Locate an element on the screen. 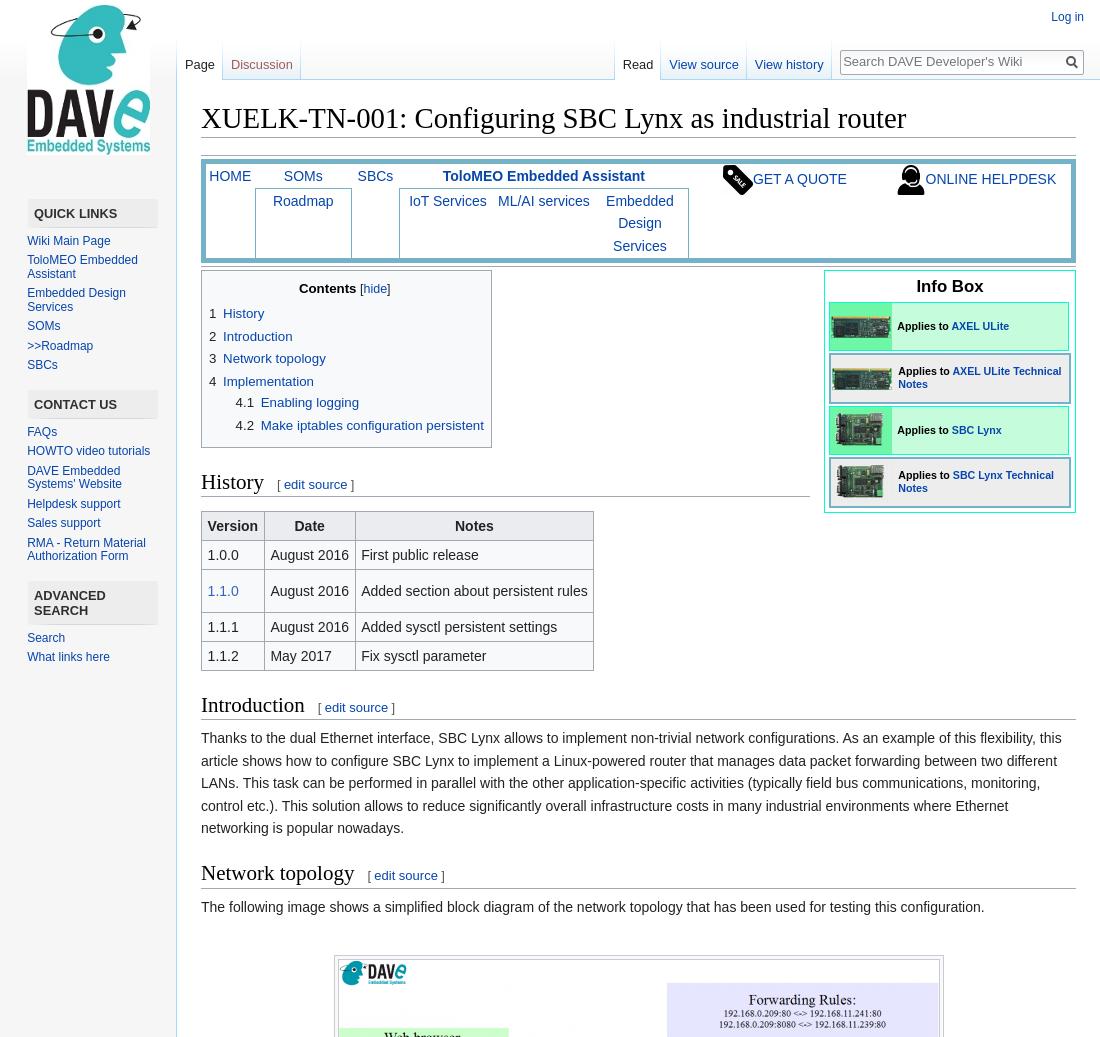 The image size is (1100, 1037). 'ONLINE HELPDESK' is located at coordinates (989, 176).